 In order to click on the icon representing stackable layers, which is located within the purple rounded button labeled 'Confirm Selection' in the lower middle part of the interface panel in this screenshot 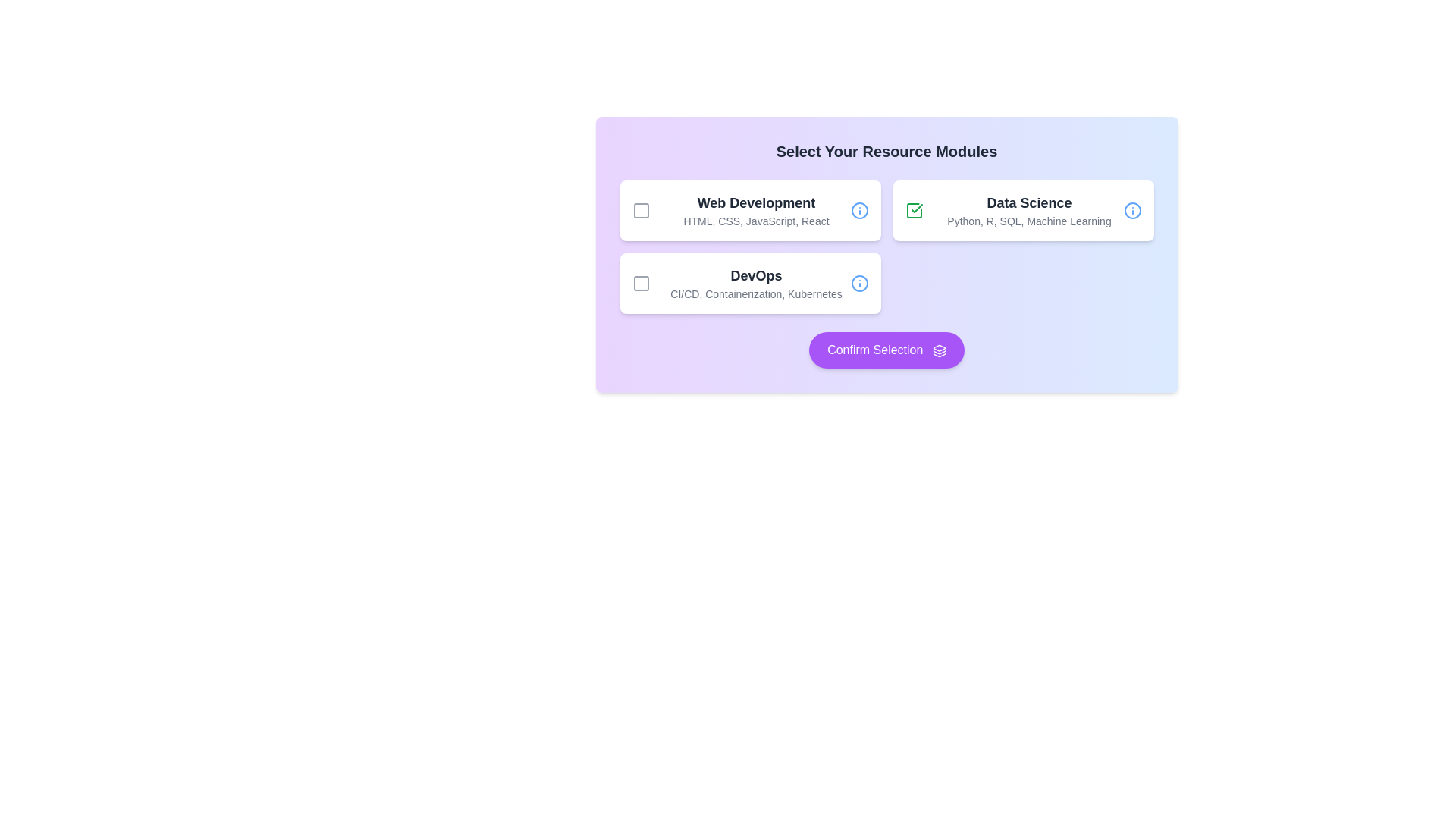, I will do `click(938, 350)`.